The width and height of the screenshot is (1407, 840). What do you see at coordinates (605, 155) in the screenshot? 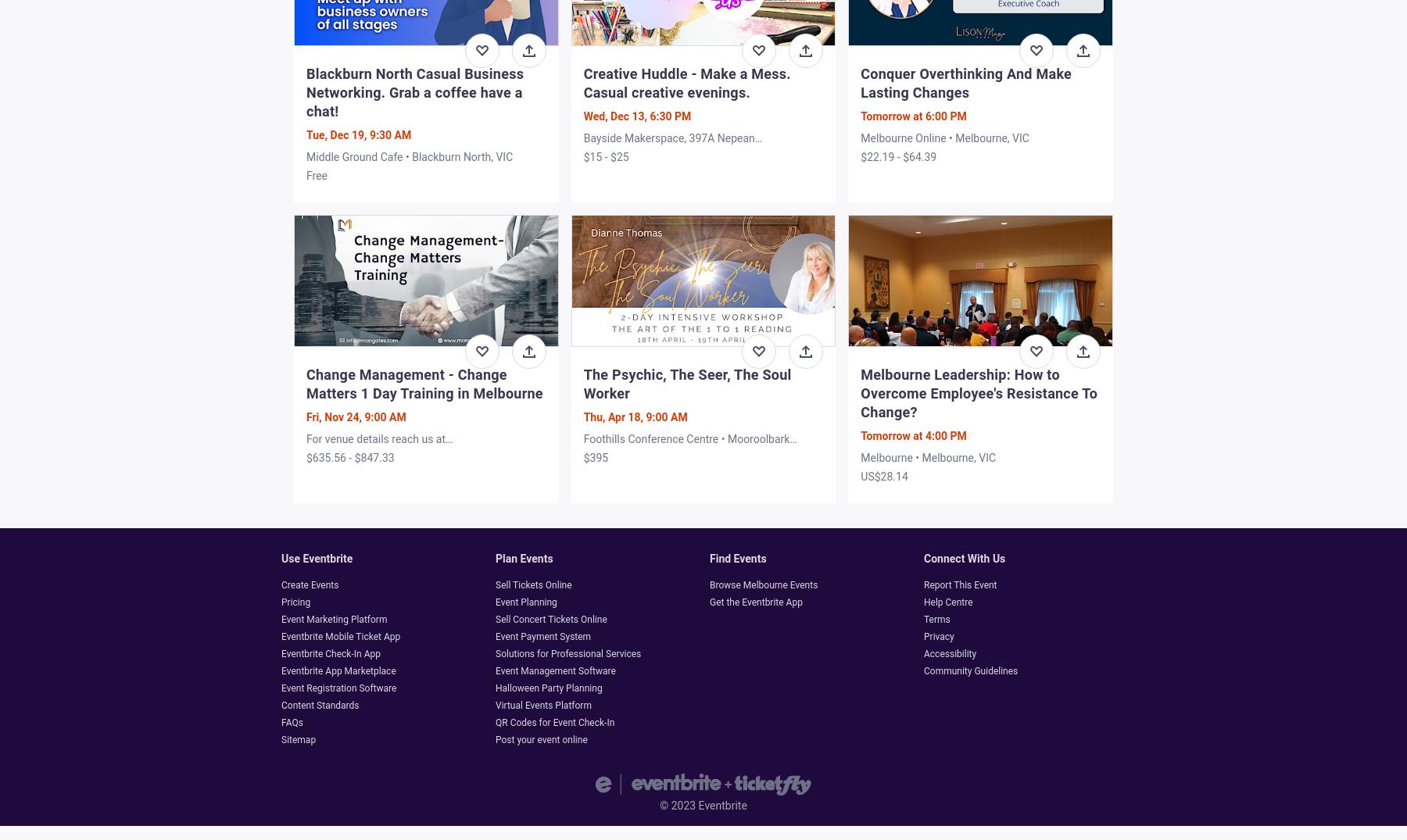
I see `'$15 - $25'` at bounding box center [605, 155].